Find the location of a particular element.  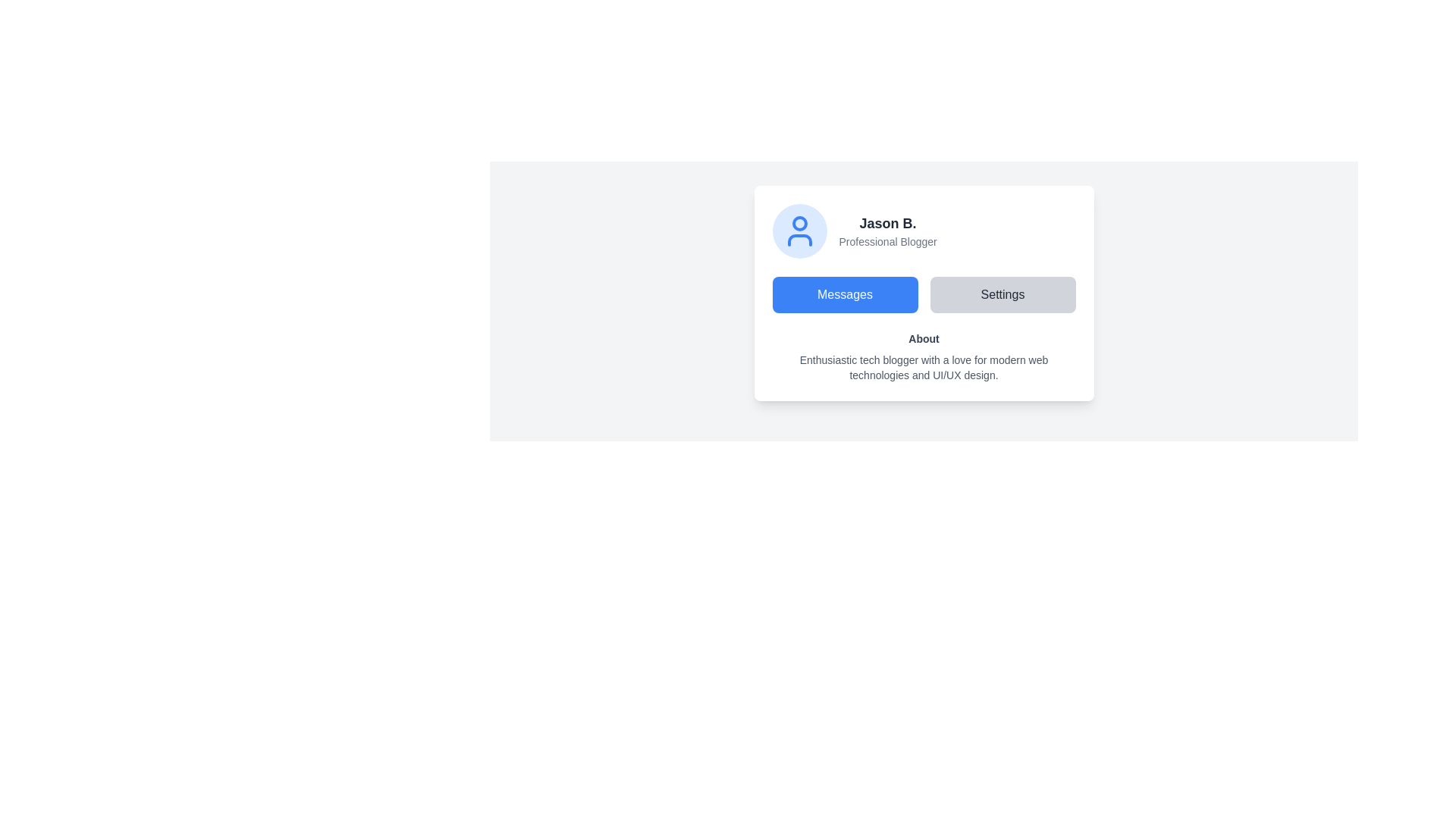

the 'About' text label, which is a bold, dark gray word located in the upper-middle of the profile card, above a descriptive paragraph is located at coordinates (923, 338).